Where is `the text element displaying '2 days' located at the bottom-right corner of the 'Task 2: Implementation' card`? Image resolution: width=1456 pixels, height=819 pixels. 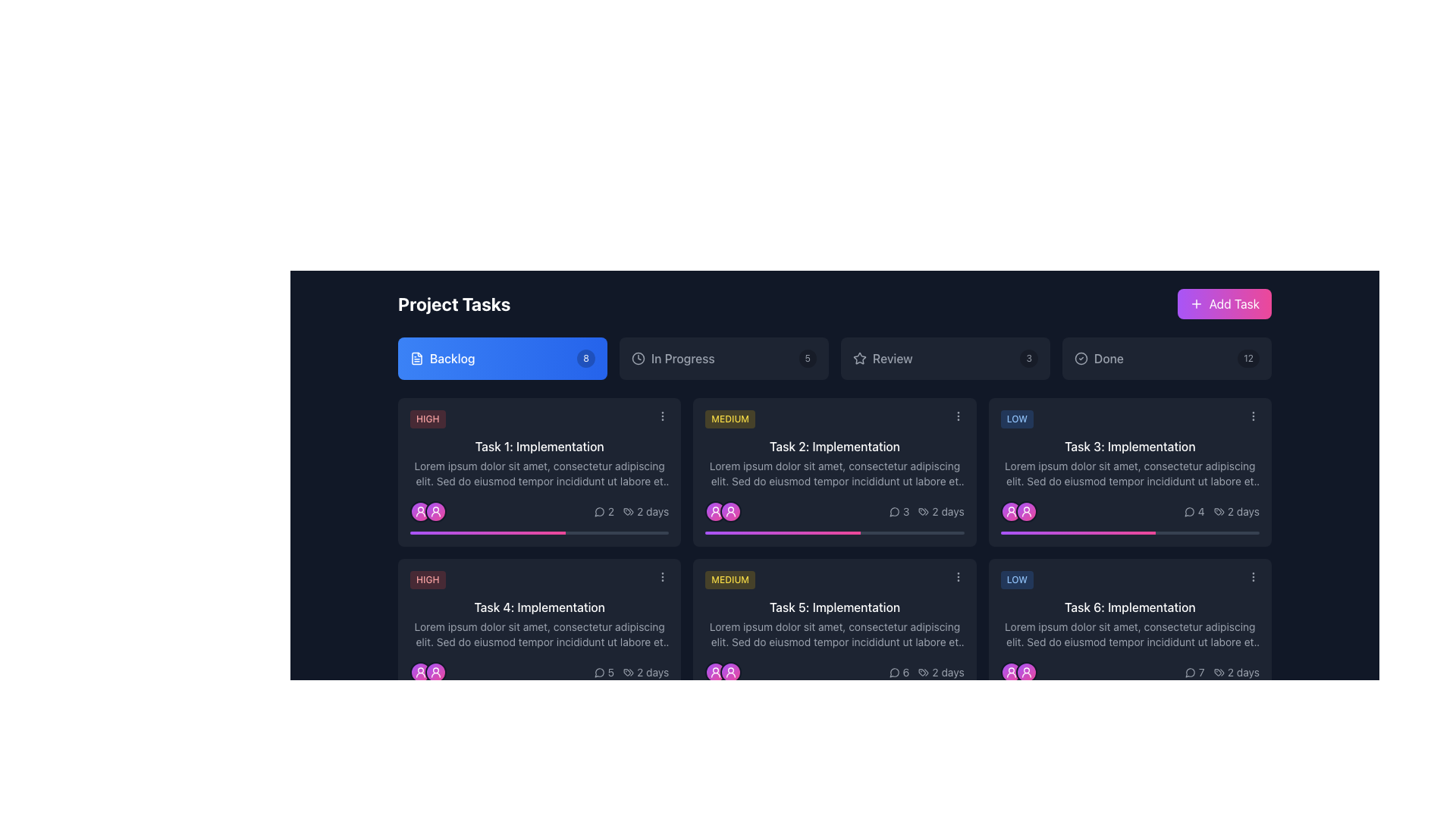 the text element displaying '2 days' located at the bottom-right corner of the 'Task 2: Implementation' card is located at coordinates (947, 512).